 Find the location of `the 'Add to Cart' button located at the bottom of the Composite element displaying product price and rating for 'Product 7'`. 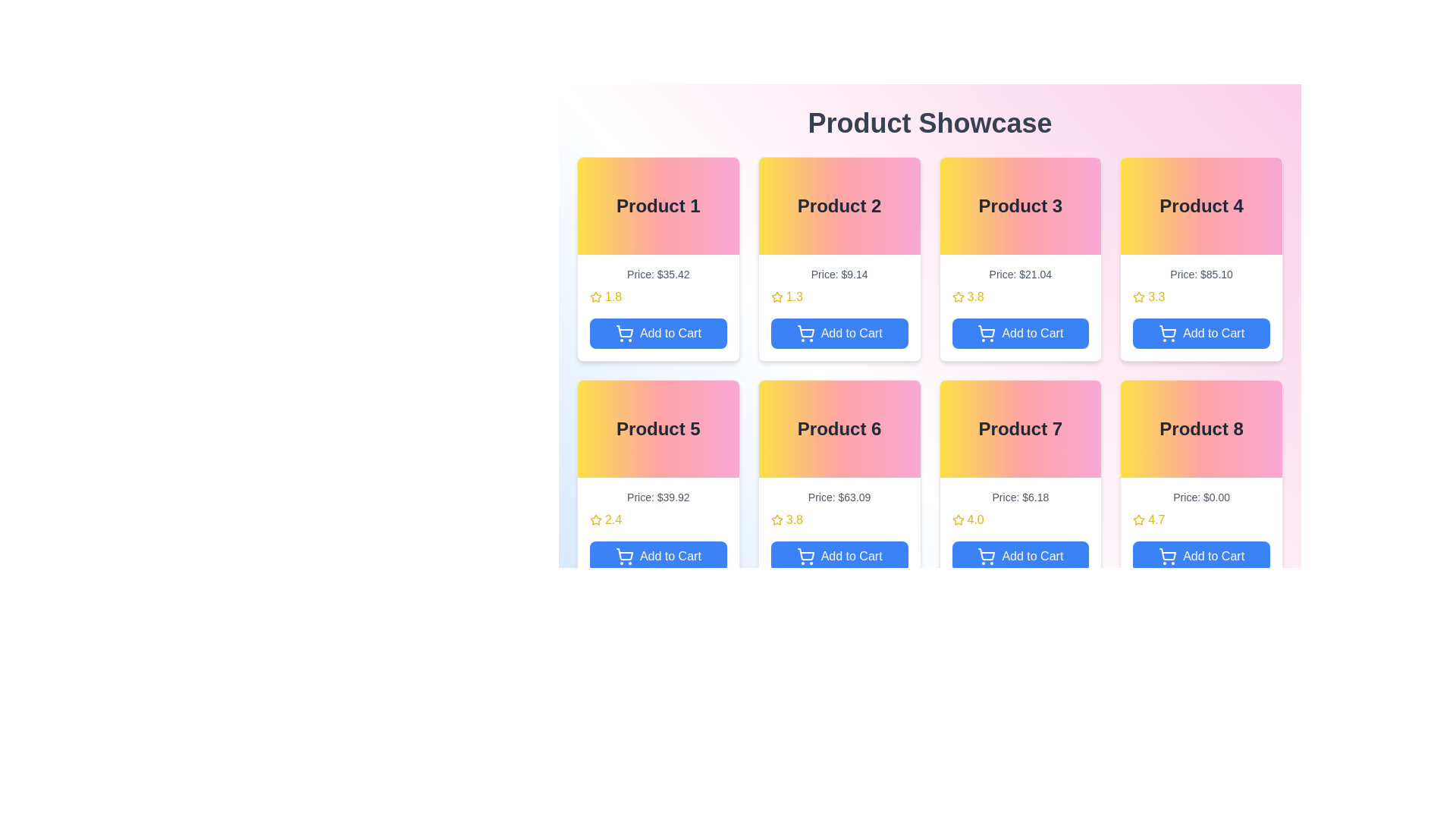

the 'Add to Cart' button located at the bottom of the Composite element displaying product price and rating for 'Product 7' is located at coordinates (1020, 529).